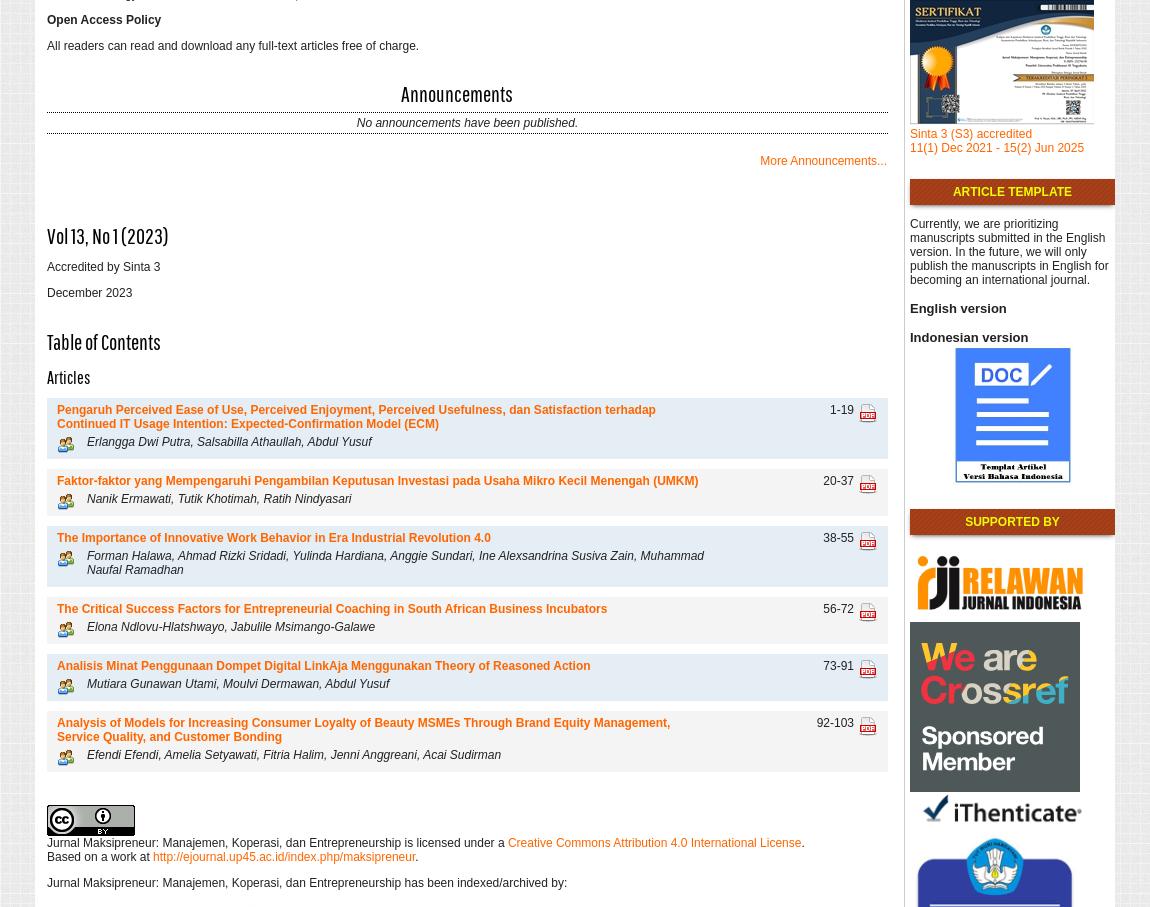 The width and height of the screenshot is (1150, 907). I want to click on 'Forman Halawa,									Ahmad Rizki Sridadi,									Yulinda Hardiana,									Anggie Sundari,									Ine Alexsandrina Susiva Zain,									Muhammad Naufal Ramadhan', so click(395, 561).